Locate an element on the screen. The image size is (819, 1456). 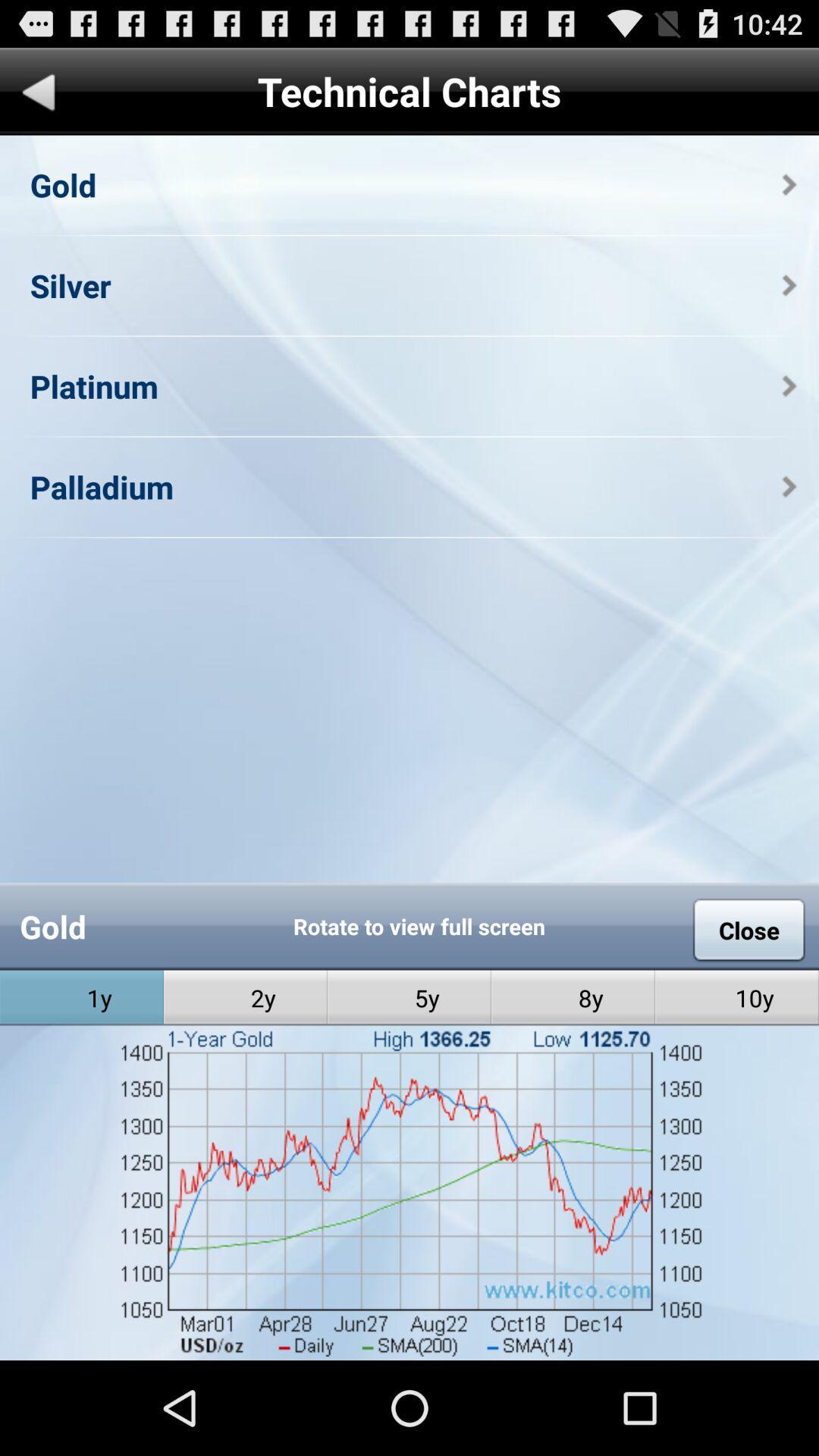
the date option is located at coordinates (409, 1310).